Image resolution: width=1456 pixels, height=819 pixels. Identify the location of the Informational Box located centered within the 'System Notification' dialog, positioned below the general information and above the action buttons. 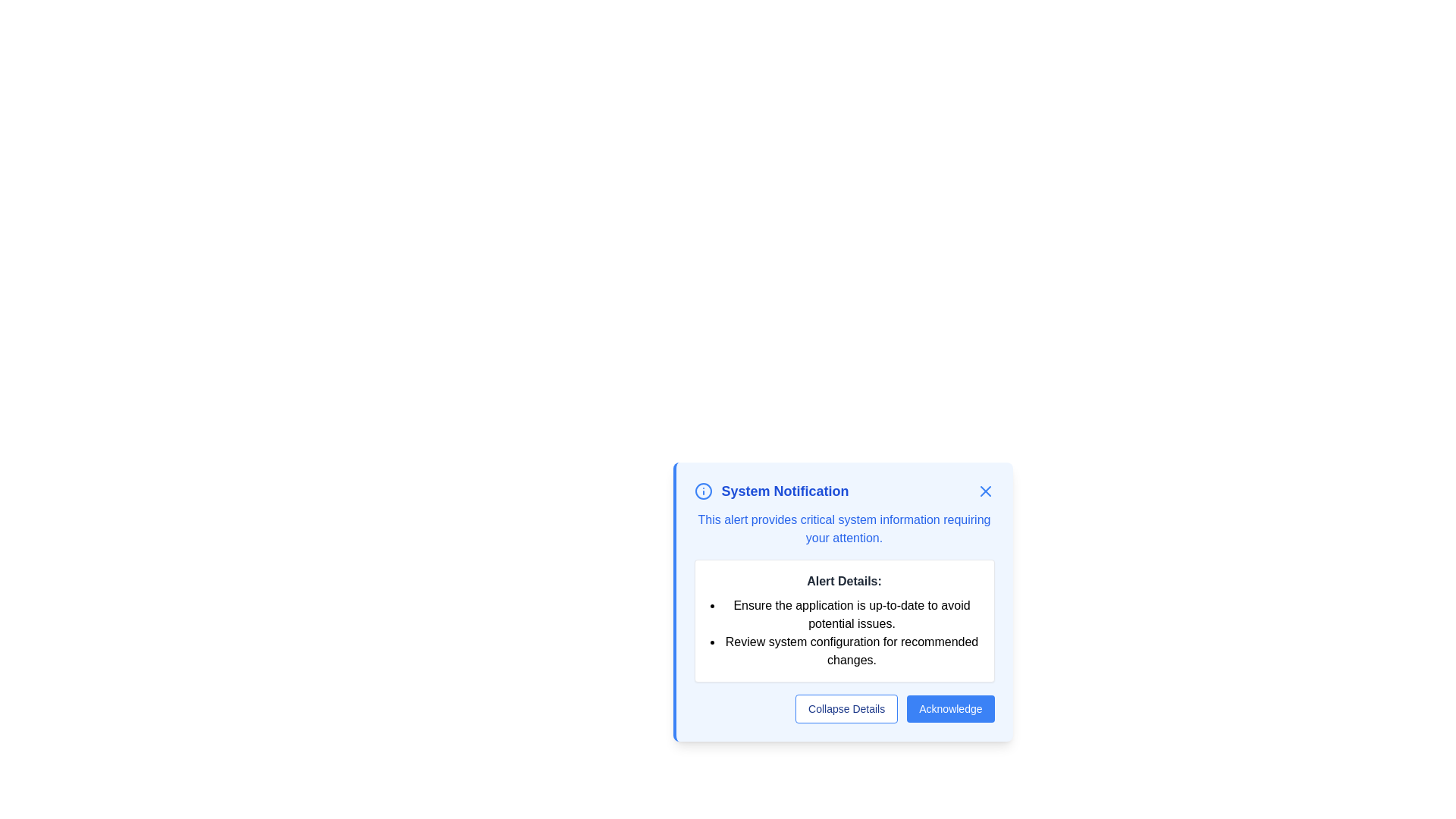
(843, 620).